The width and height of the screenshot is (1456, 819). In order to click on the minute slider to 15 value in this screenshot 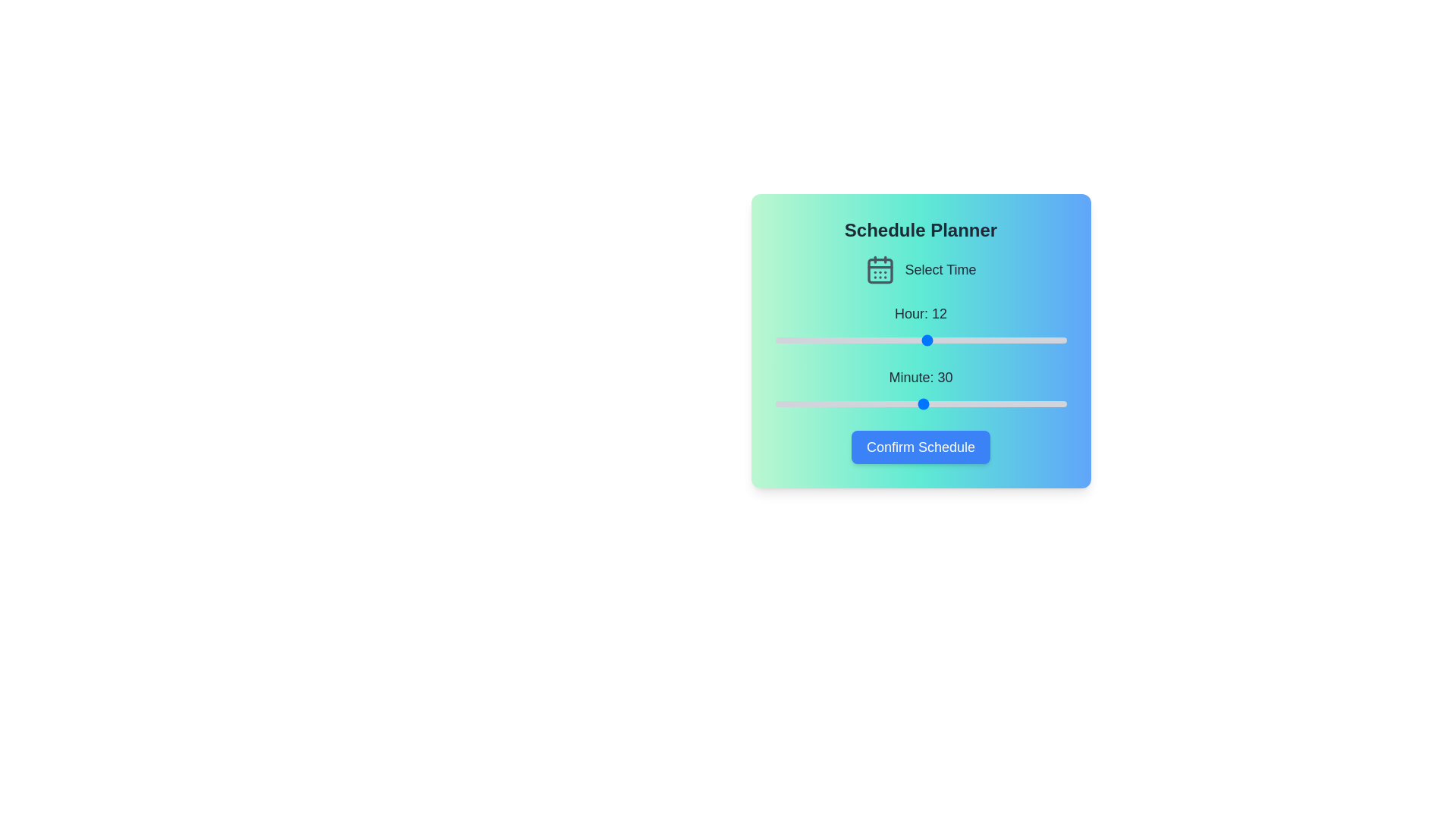, I will do `click(849, 403)`.